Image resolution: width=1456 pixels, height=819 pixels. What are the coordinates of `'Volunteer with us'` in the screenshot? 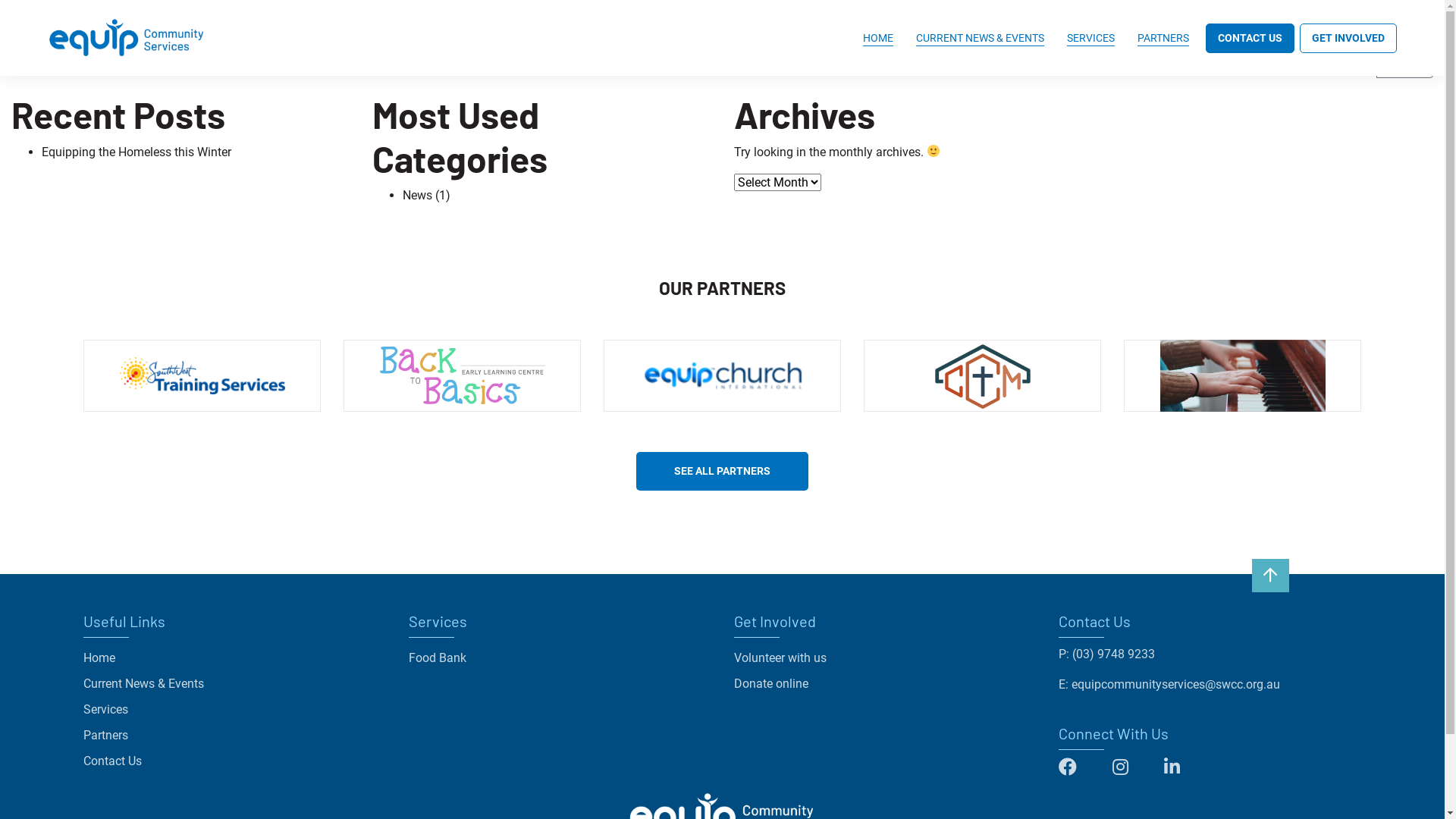 It's located at (780, 657).